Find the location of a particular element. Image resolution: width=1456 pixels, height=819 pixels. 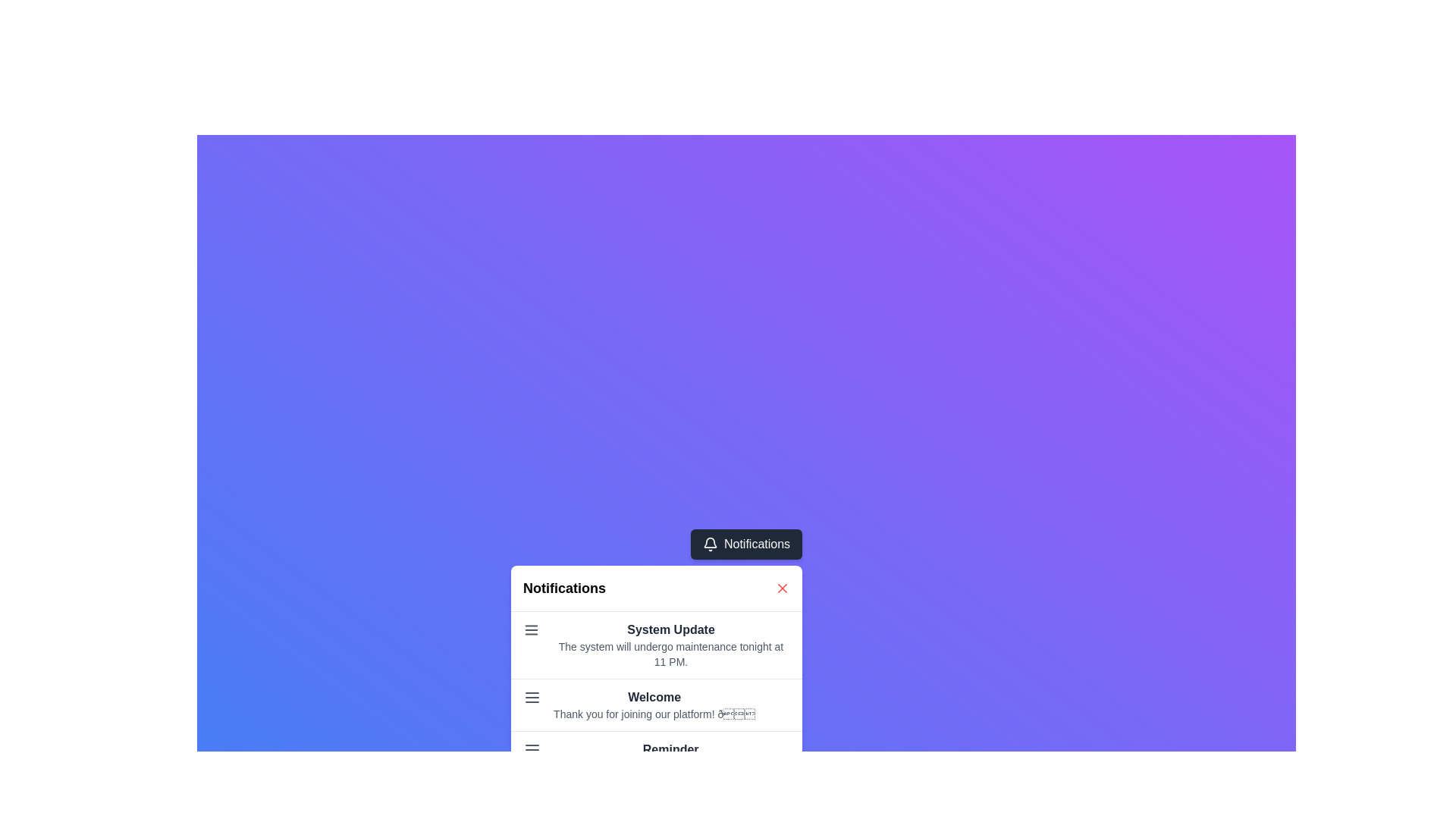

the hamburger menu SVG icon located at the left side of the notification item titled 'Welcome', which aligns with the text 'Thank you for joining our platform! 🎉' is located at coordinates (532, 698).